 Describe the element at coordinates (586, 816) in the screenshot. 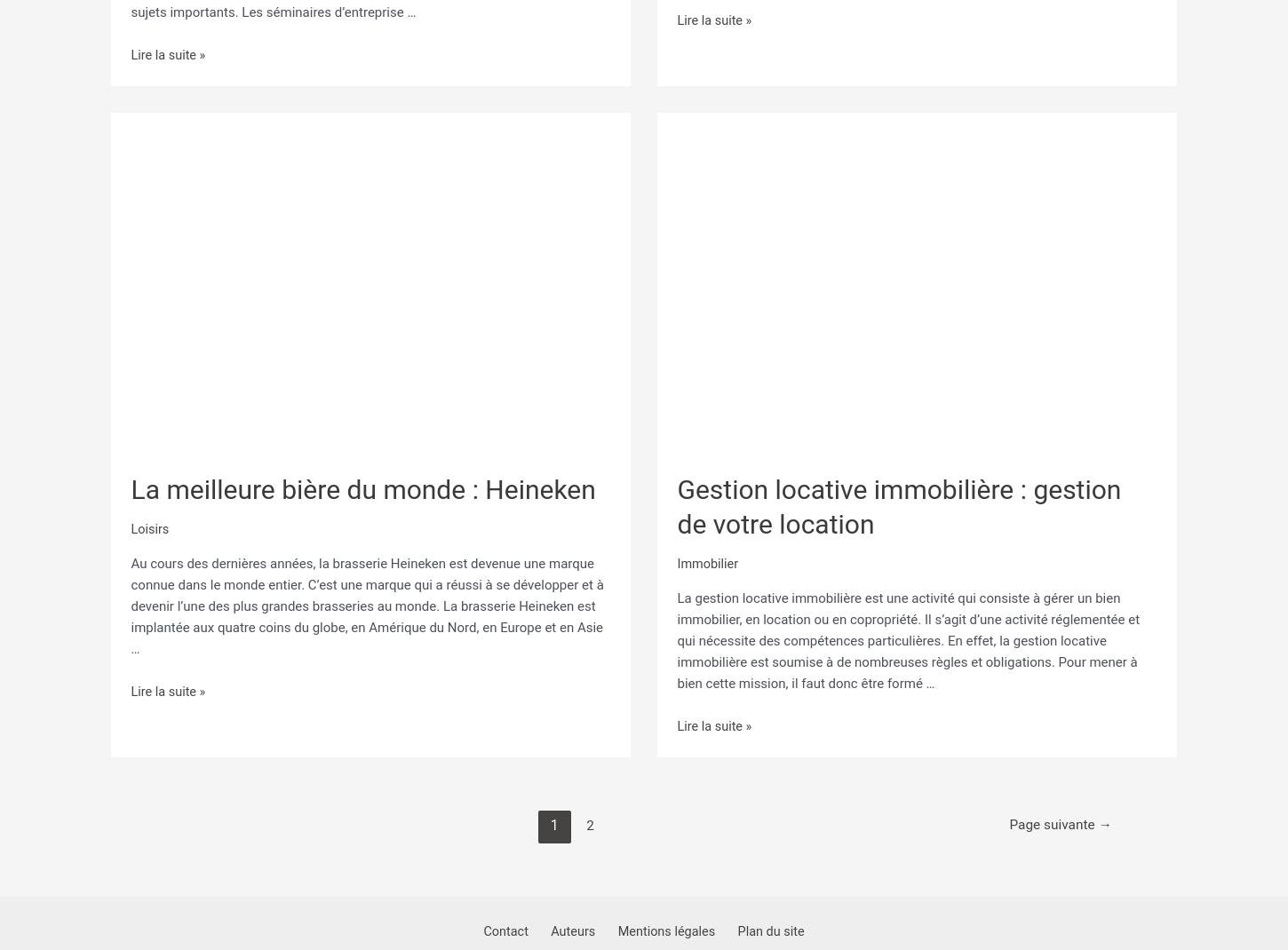

I see `'2'` at that location.